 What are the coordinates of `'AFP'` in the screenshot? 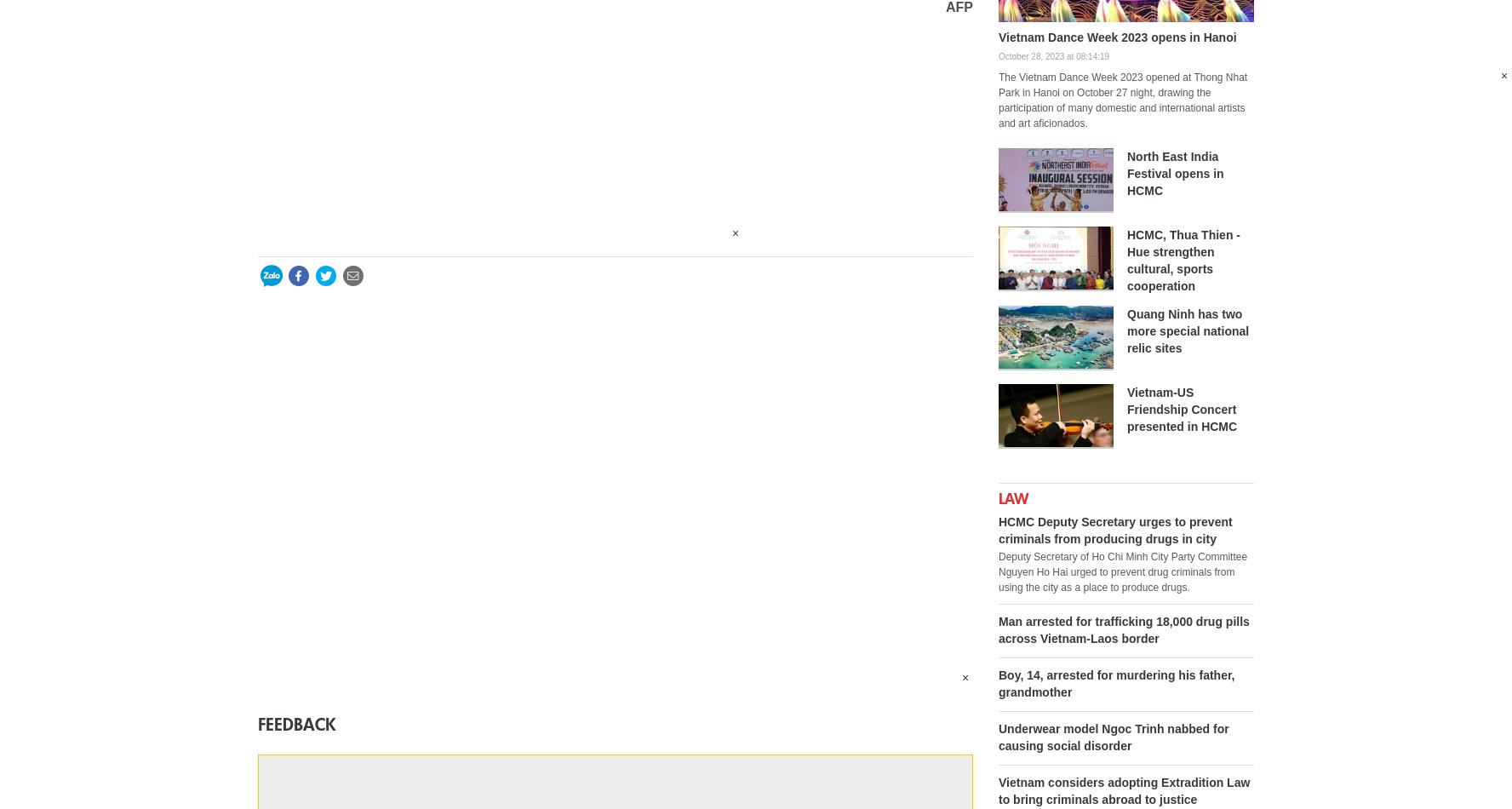 It's located at (959, 7).